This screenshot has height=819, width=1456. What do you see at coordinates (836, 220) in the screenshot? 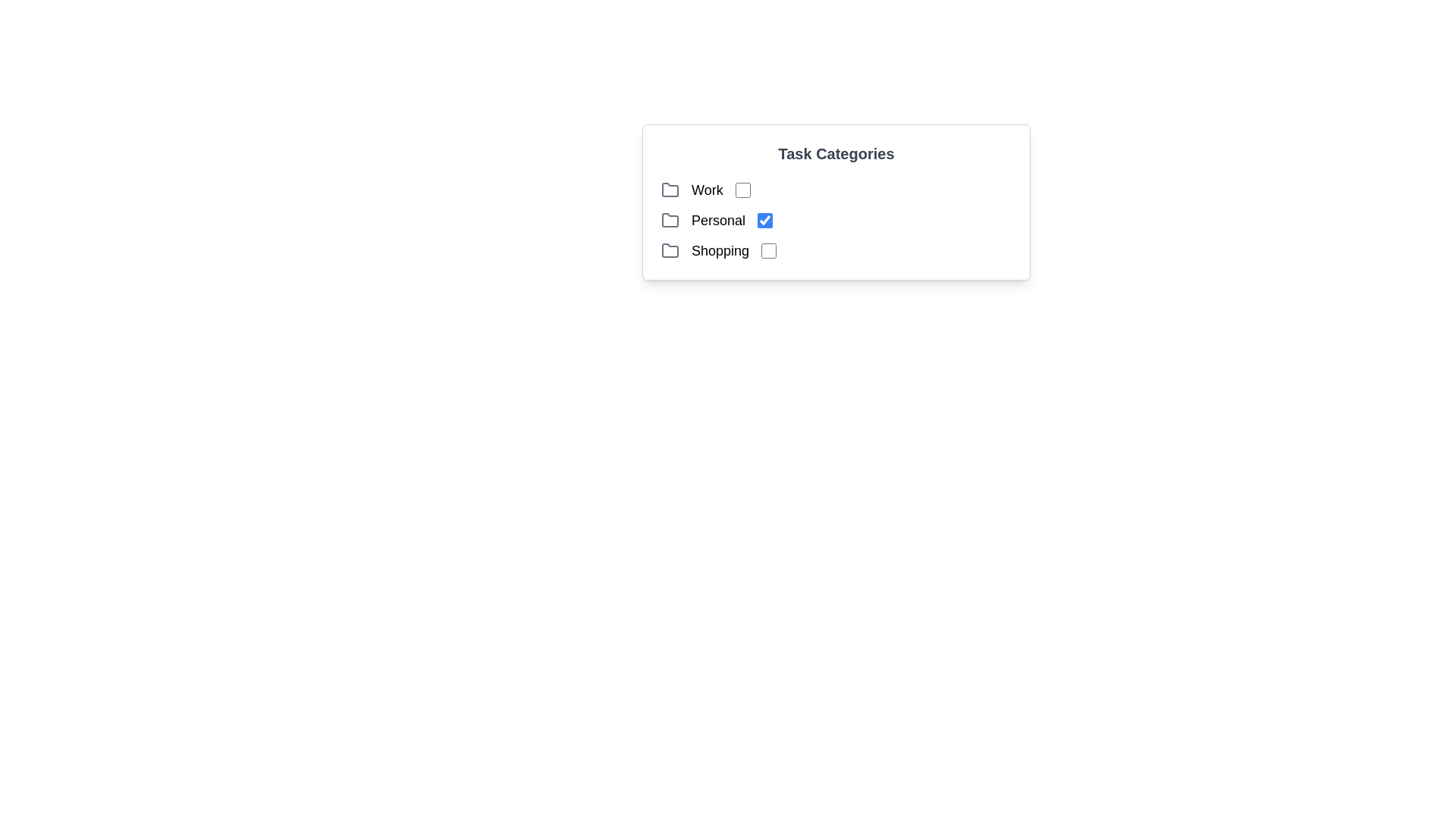
I see `the second row with the checkbox labeled 'Personal' in the task selection menu` at bounding box center [836, 220].